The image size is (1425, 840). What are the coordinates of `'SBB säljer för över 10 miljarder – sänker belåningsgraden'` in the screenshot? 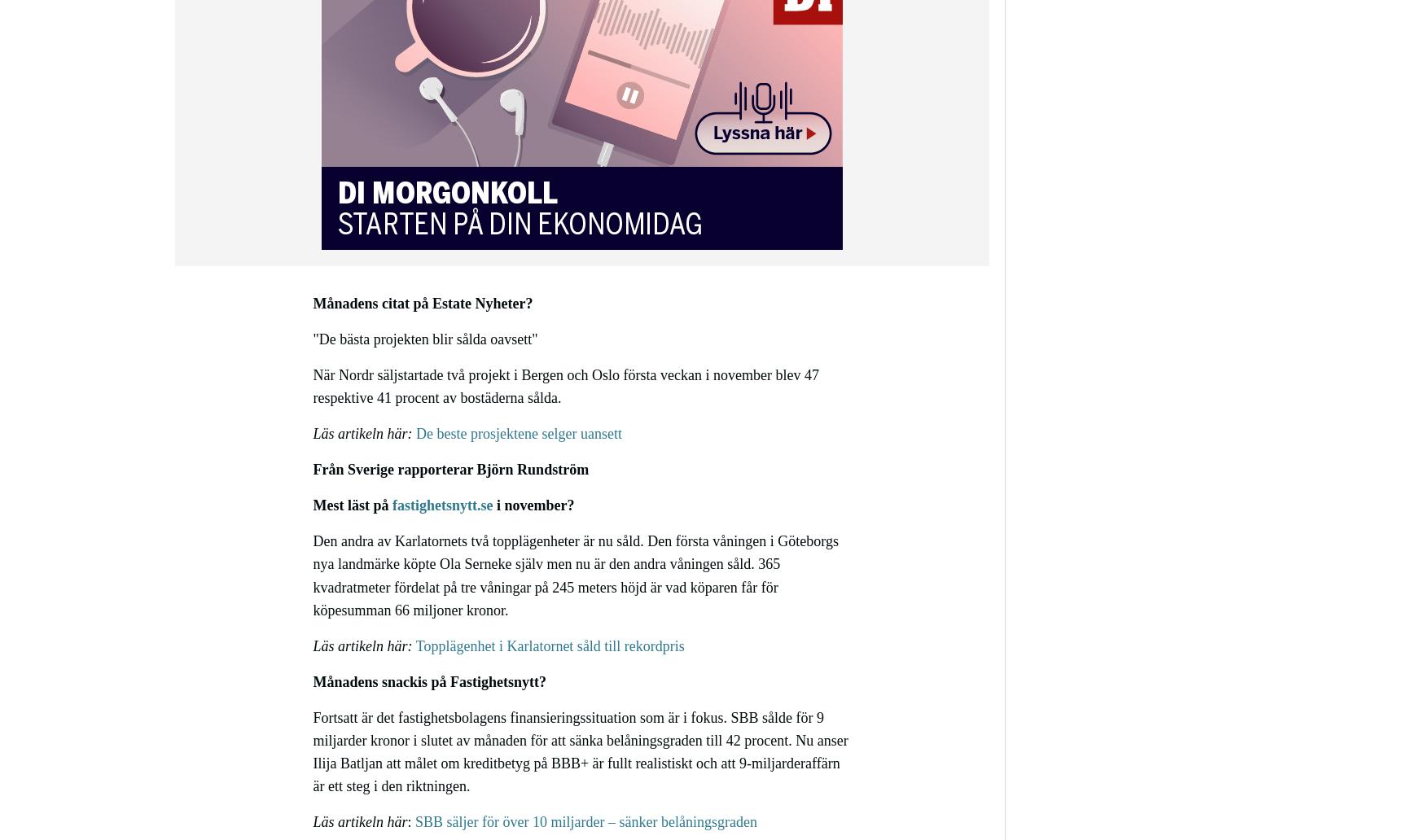 It's located at (414, 821).